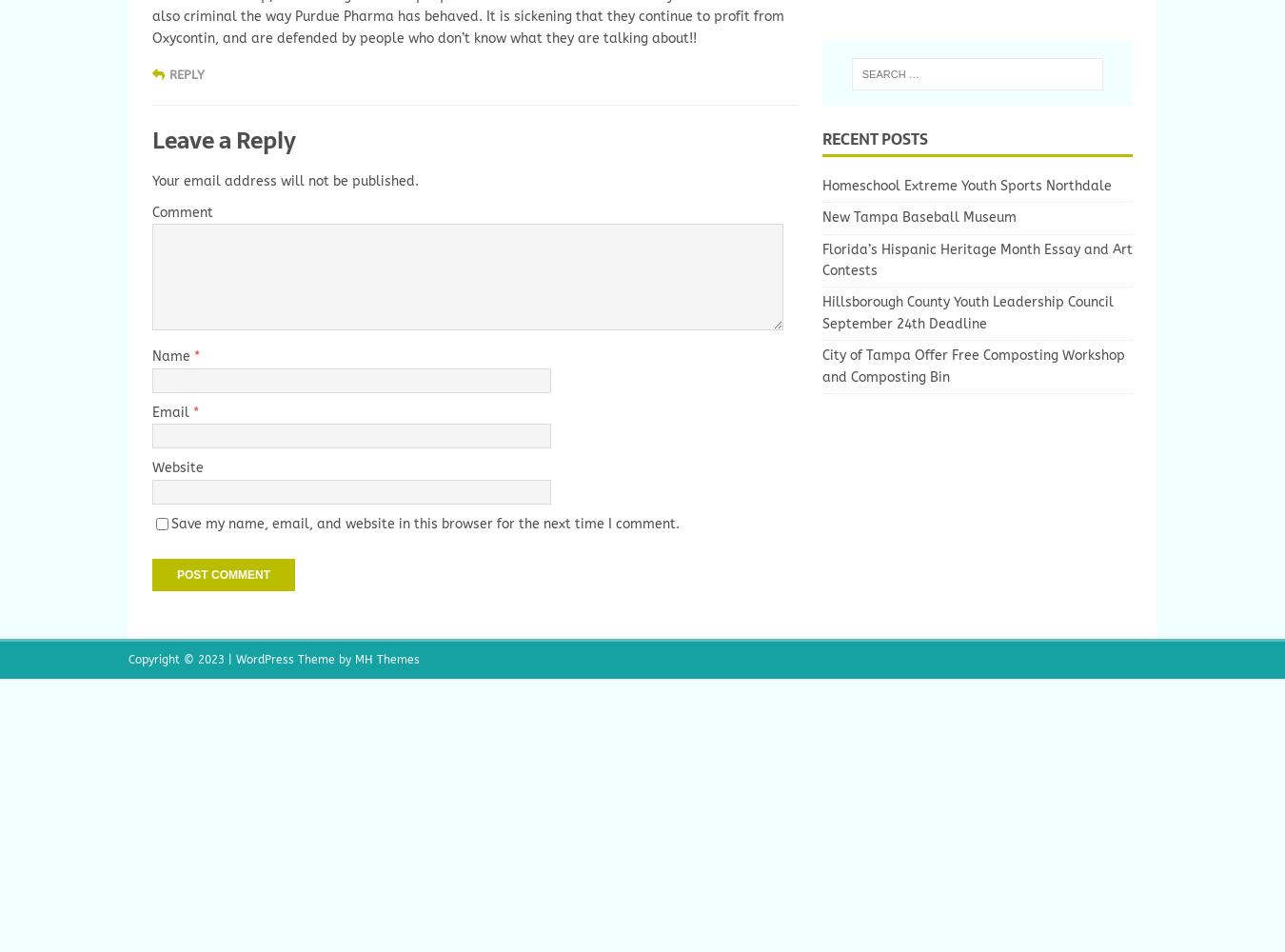  I want to click on 'Leave a Reply', so click(223, 140).